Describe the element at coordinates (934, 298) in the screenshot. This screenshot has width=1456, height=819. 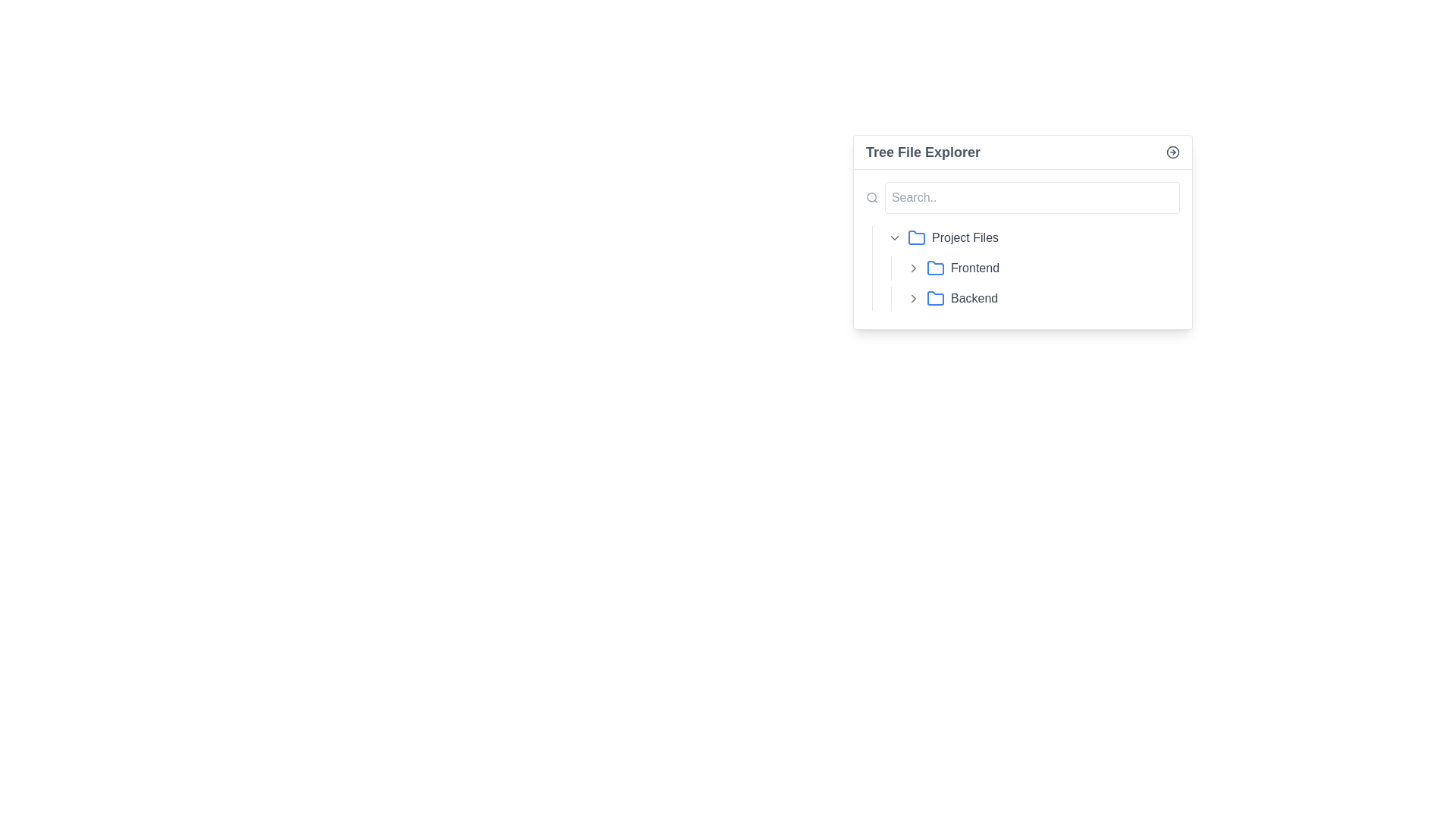
I see `the 'Backend' folder icon in the tree view` at that location.